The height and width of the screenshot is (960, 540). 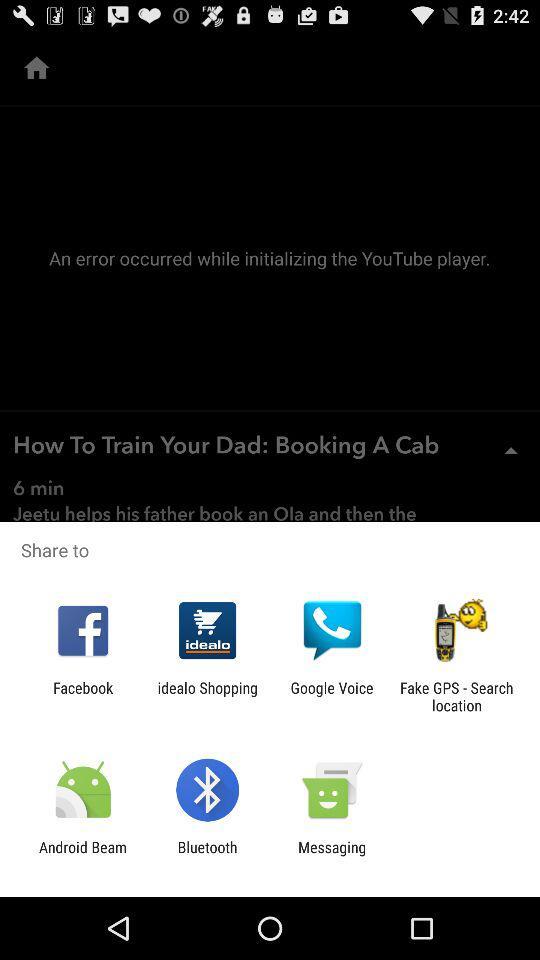 What do you see at coordinates (332, 696) in the screenshot?
I see `icon to the left of fake gps search icon` at bounding box center [332, 696].